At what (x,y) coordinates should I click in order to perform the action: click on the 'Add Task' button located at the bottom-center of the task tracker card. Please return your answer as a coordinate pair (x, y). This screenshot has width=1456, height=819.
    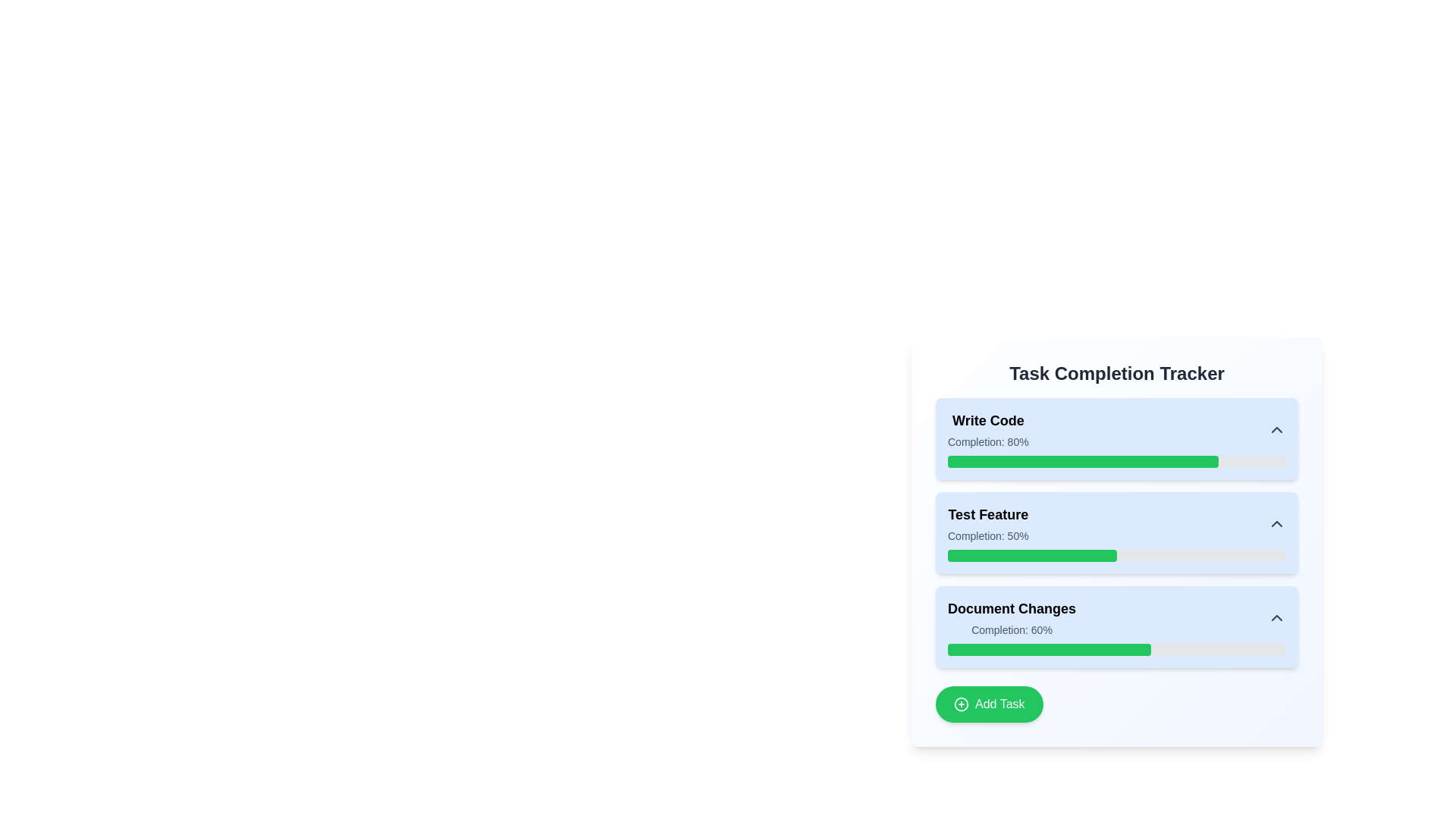
    Looking at the image, I should click on (989, 704).